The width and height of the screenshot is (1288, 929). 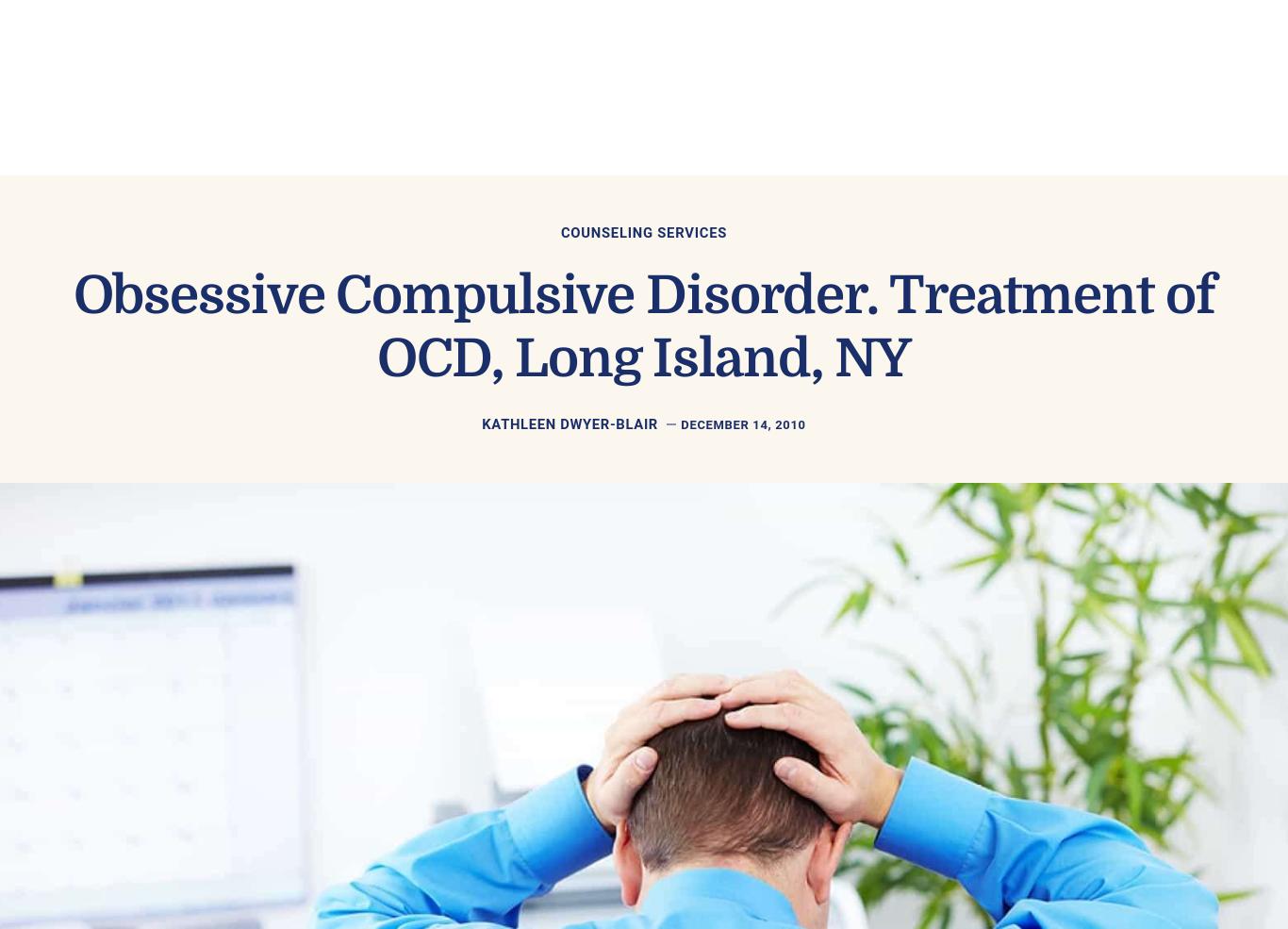 What do you see at coordinates (735, 67) in the screenshot?
I see `'Articles'` at bounding box center [735, 67].